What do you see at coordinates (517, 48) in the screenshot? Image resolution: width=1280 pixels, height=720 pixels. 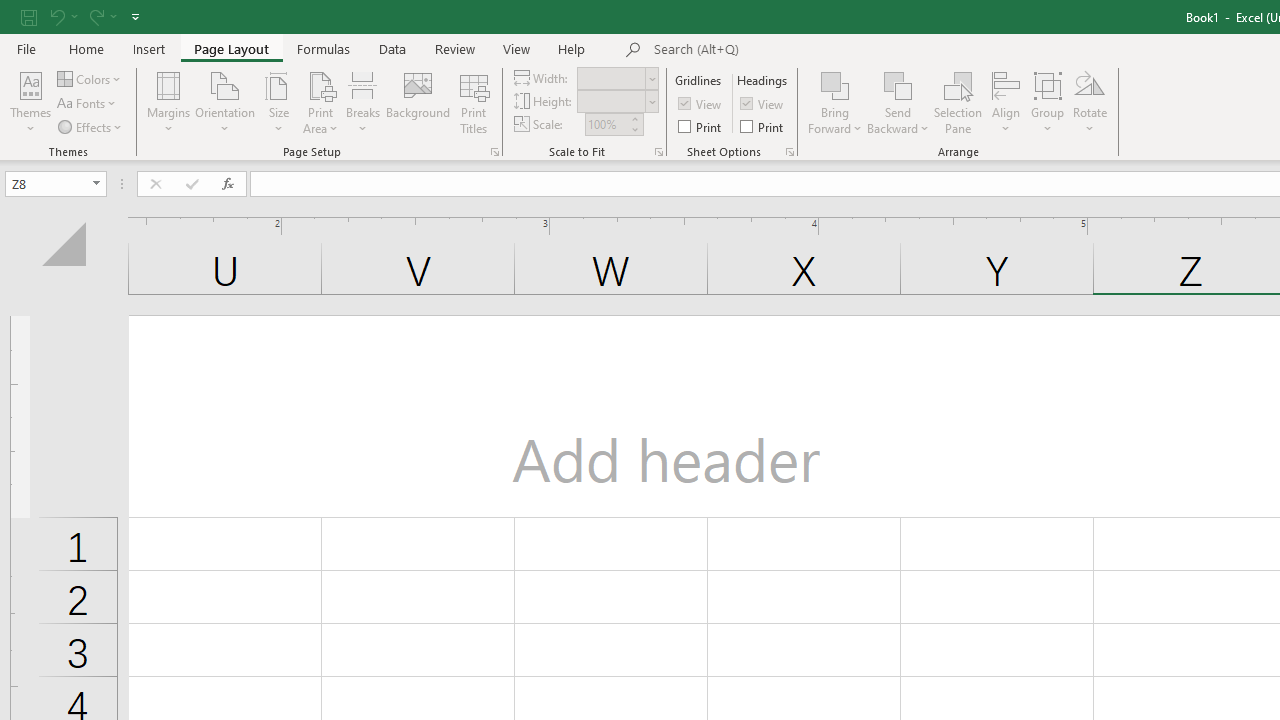 I see `'View'` at bounding box center [517, 48].